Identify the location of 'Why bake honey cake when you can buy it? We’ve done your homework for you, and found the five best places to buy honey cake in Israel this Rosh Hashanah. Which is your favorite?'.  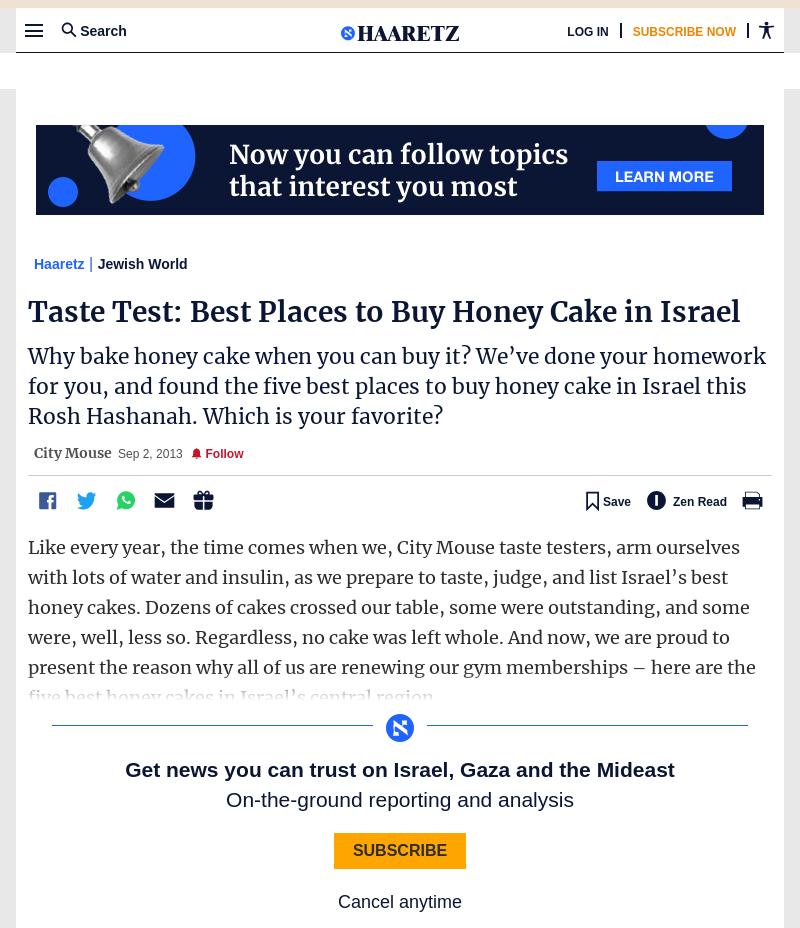
(396, 386).